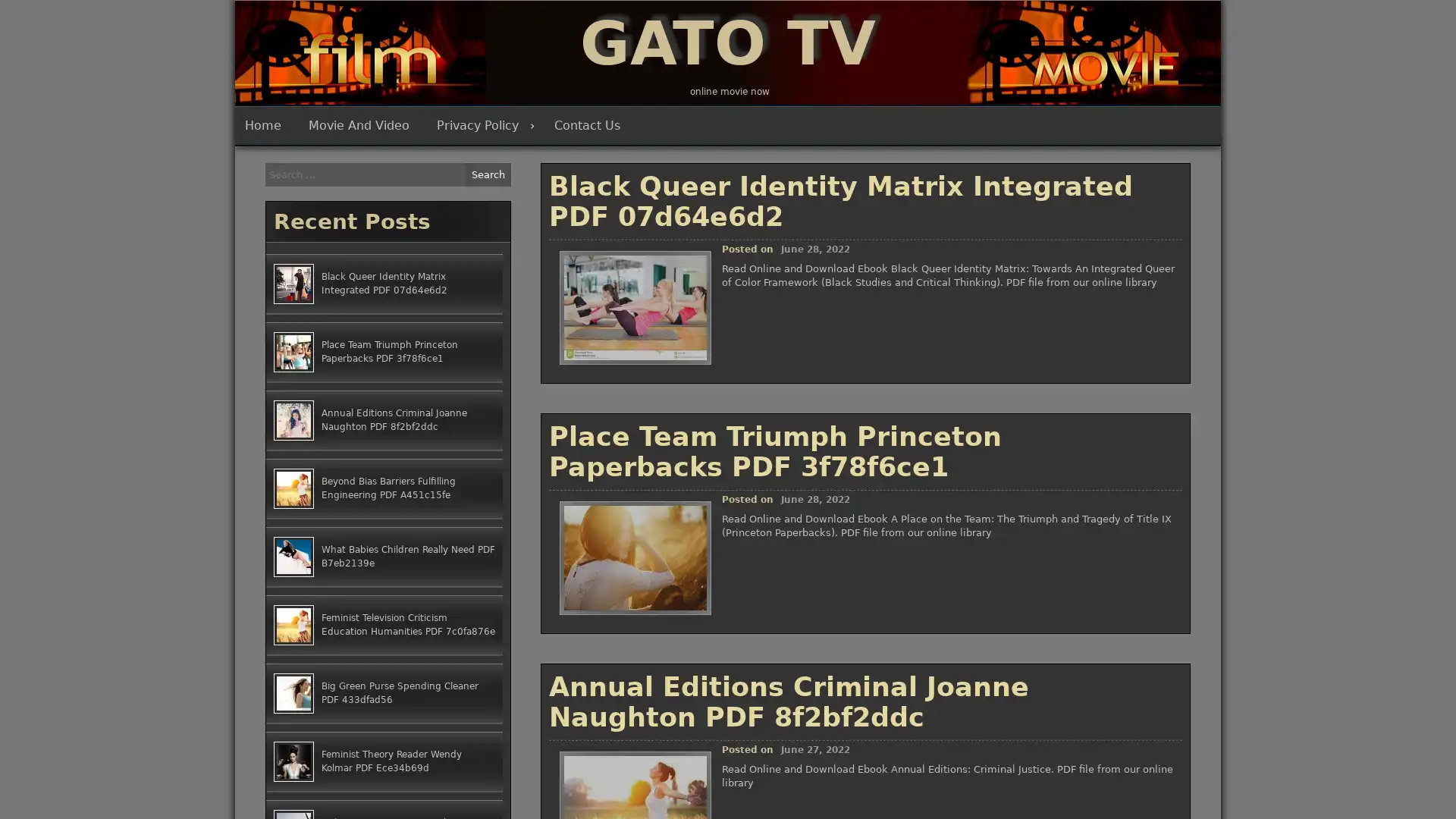 This screenshot has height=819, width=1456. I want to click on Search, so click(488, 174).